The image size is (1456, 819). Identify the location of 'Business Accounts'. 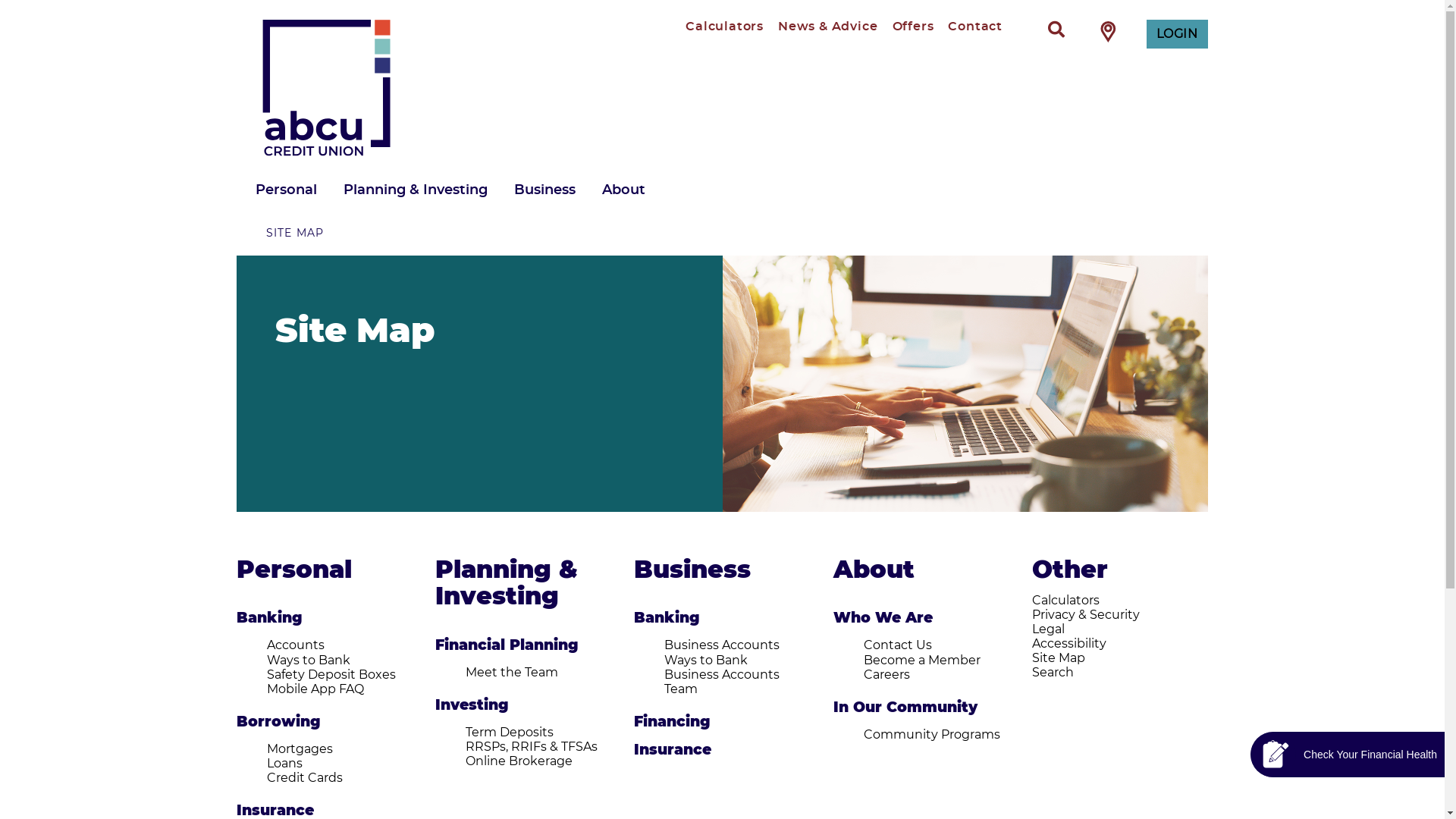
(720, 645).